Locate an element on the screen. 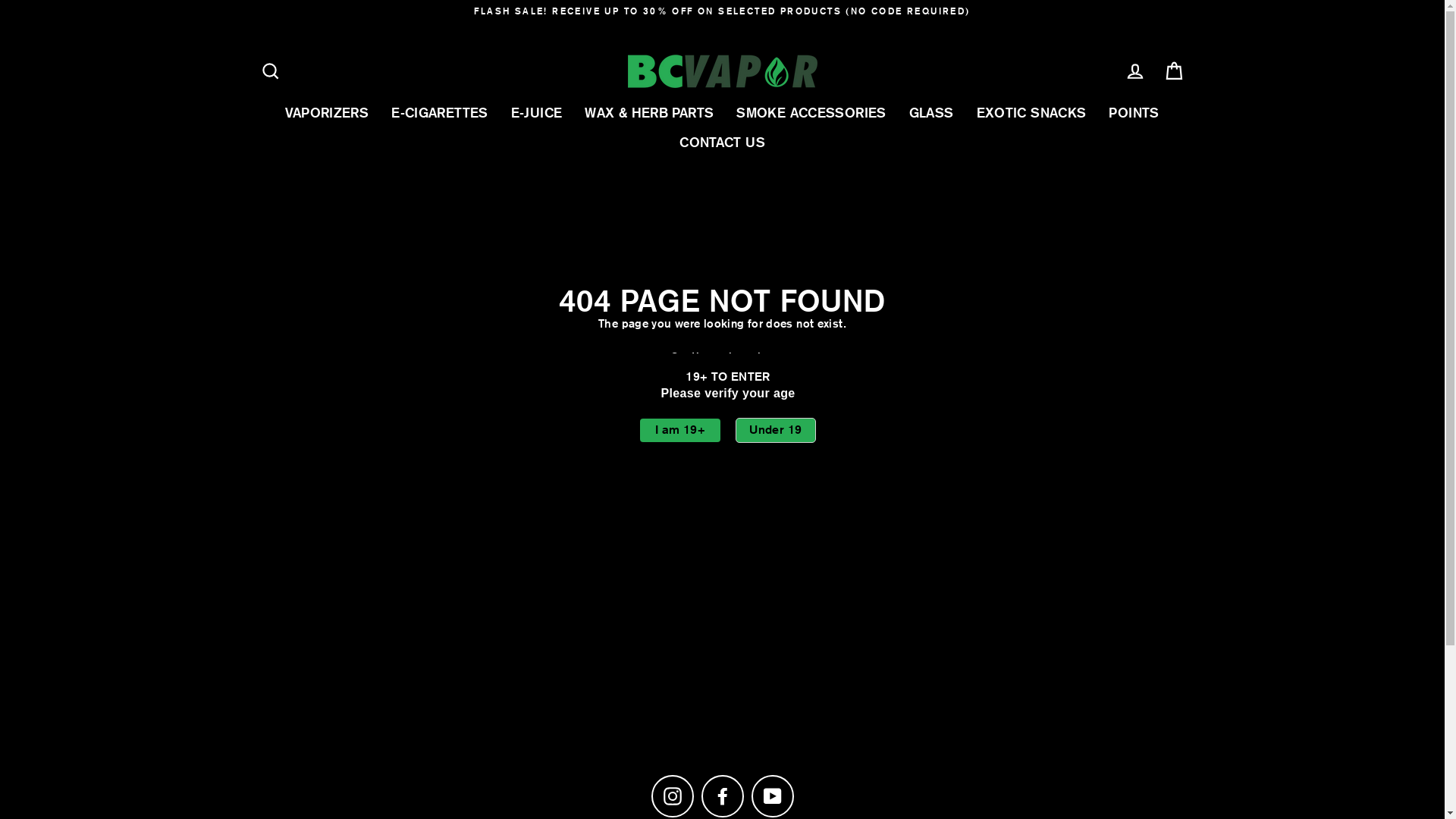 The height and width of the screenshot is (819, 1456). 'SMOKE ACCESSORIES' is located at coordinates (810, 111).